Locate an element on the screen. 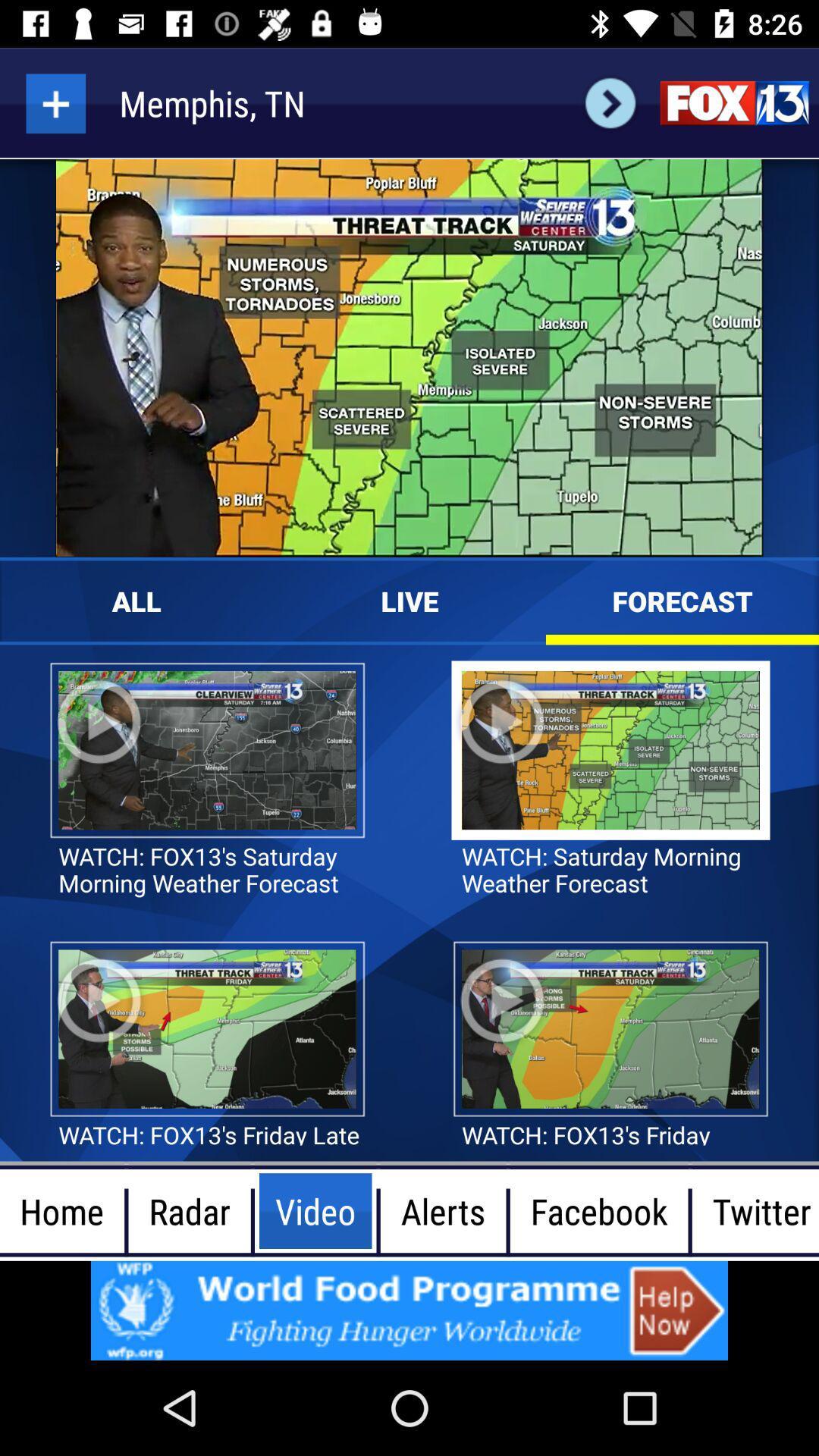 This screenshot has width=819, height=1456. the arrow_forward icon is located at coordinates (610, 102).